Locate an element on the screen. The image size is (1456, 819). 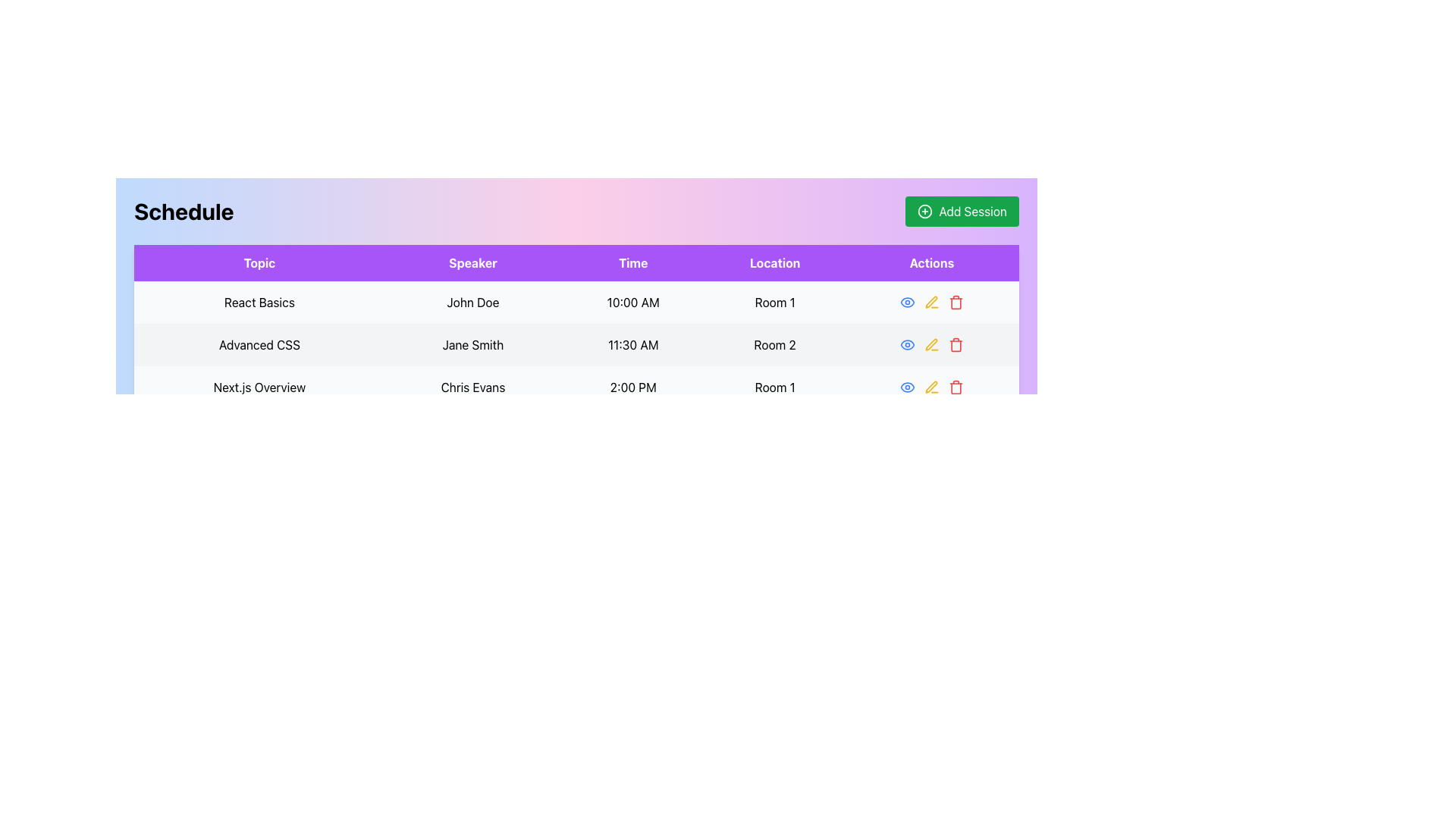
the 'Time' column header in the table, which is the third column header labeled for time-related data is located at coordinates (633, 262).